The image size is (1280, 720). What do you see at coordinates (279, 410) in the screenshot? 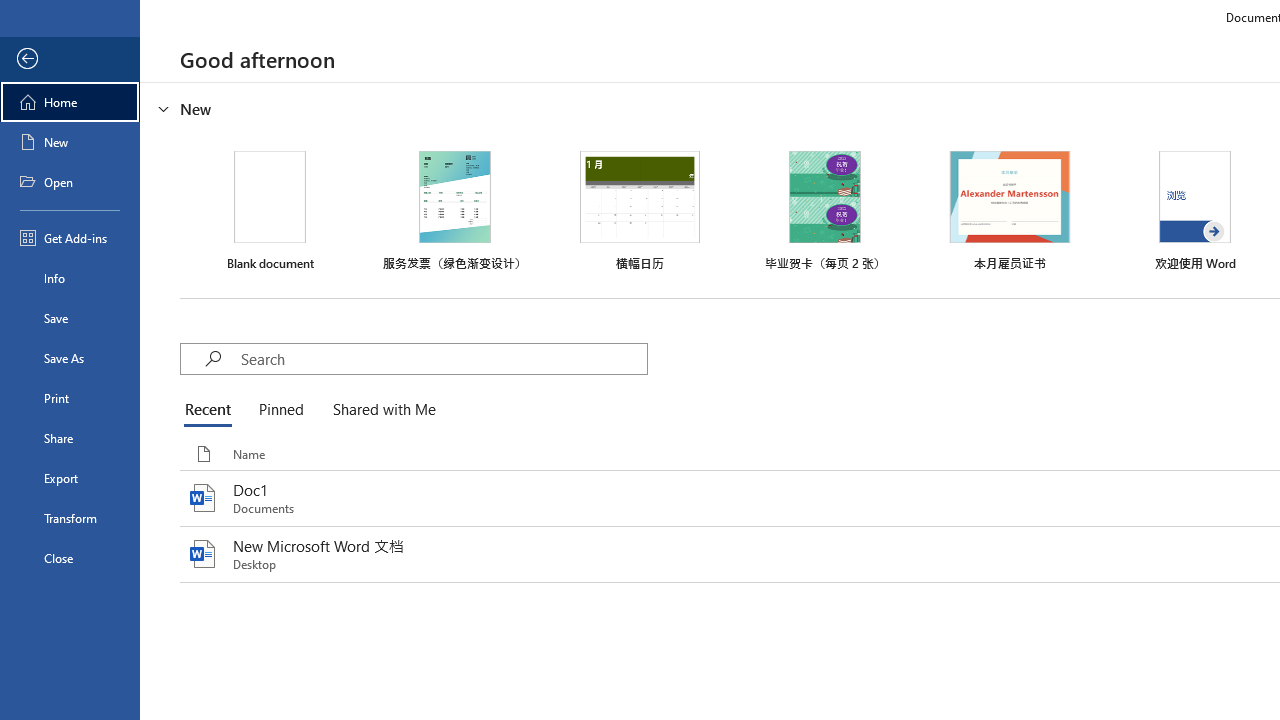
I see `'Pinned'` at bounding box center [279, 410].